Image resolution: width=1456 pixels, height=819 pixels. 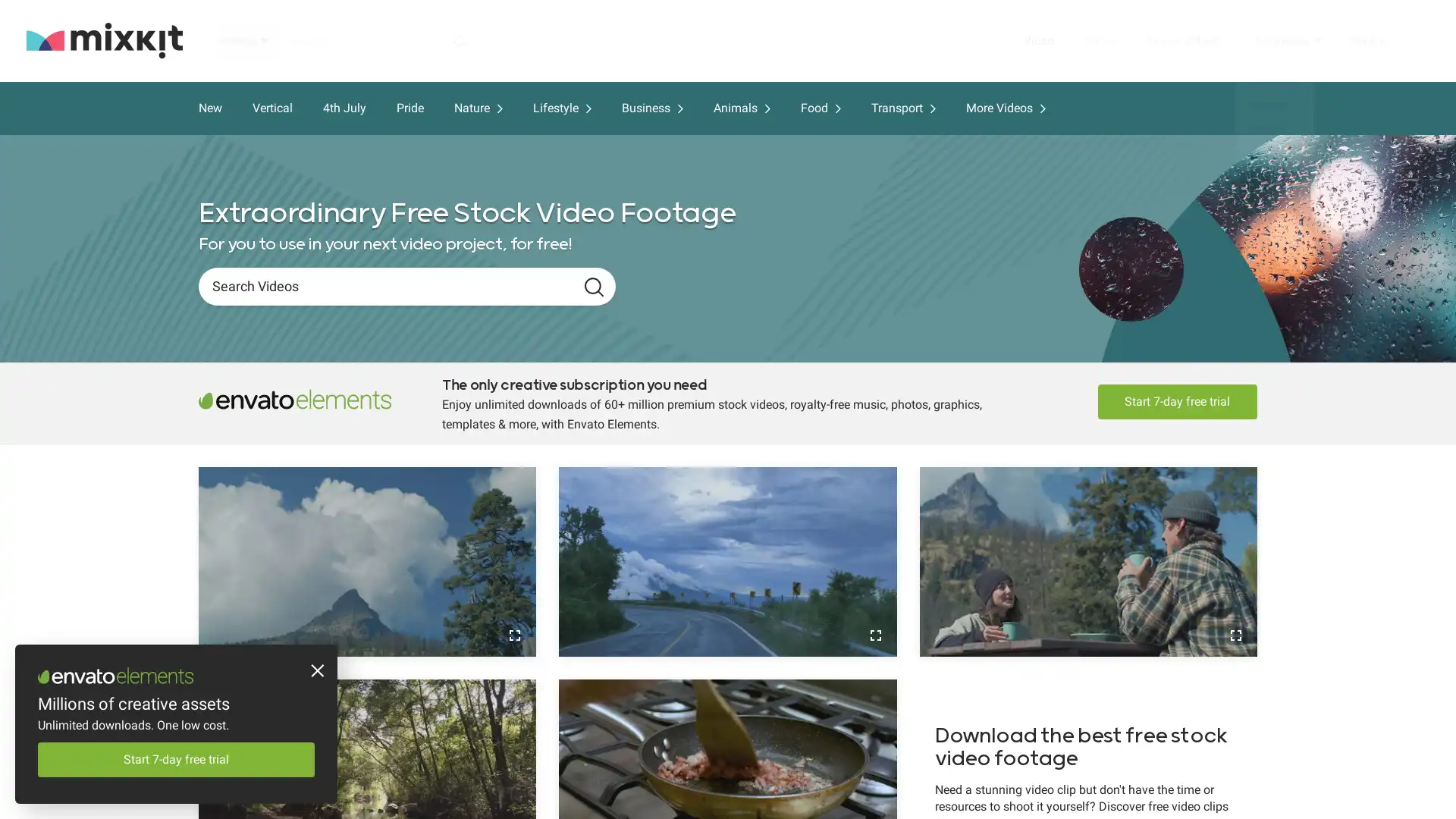 I want to click on Search, so click(x=593, y=287).